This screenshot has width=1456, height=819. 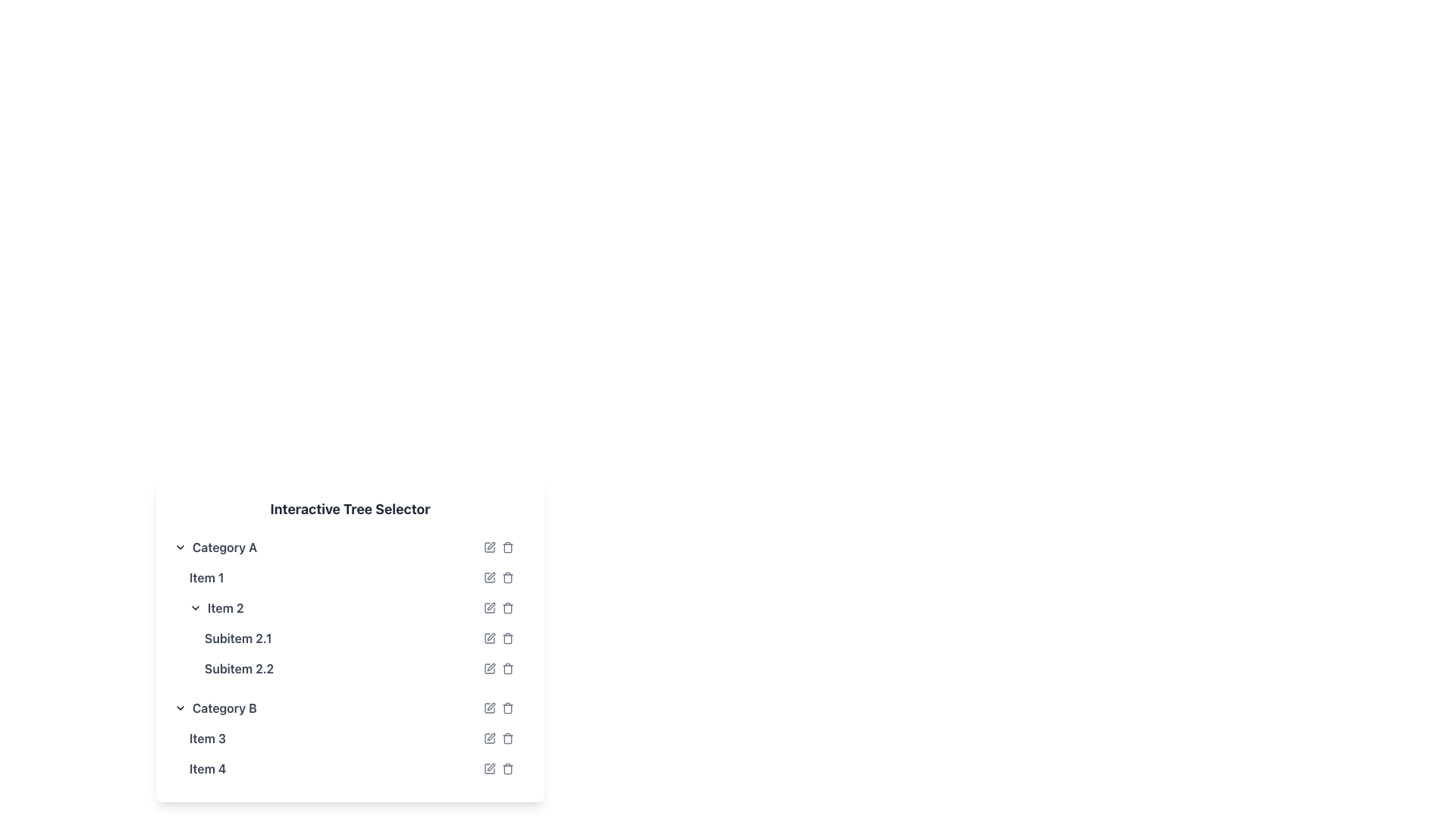 What do you see at coordinates (508, 708) in the screenshot?
I see `the trash can icon used for deletion within the 'Category B' section of the vertical interactive tree structure to initiate a delete action` at bounding box center [508, 708].